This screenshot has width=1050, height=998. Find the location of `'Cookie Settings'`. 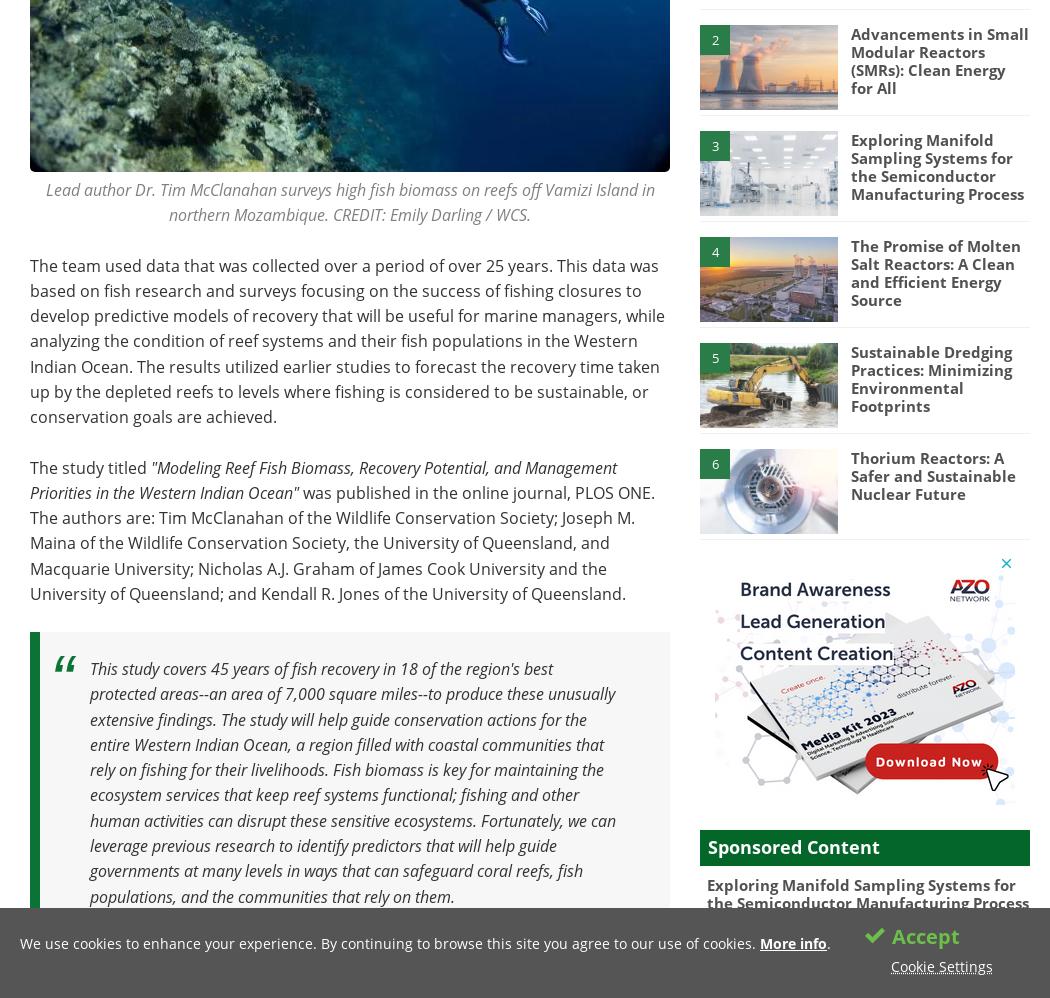

'Cookie Settings' is located at coordinates (890, 965).